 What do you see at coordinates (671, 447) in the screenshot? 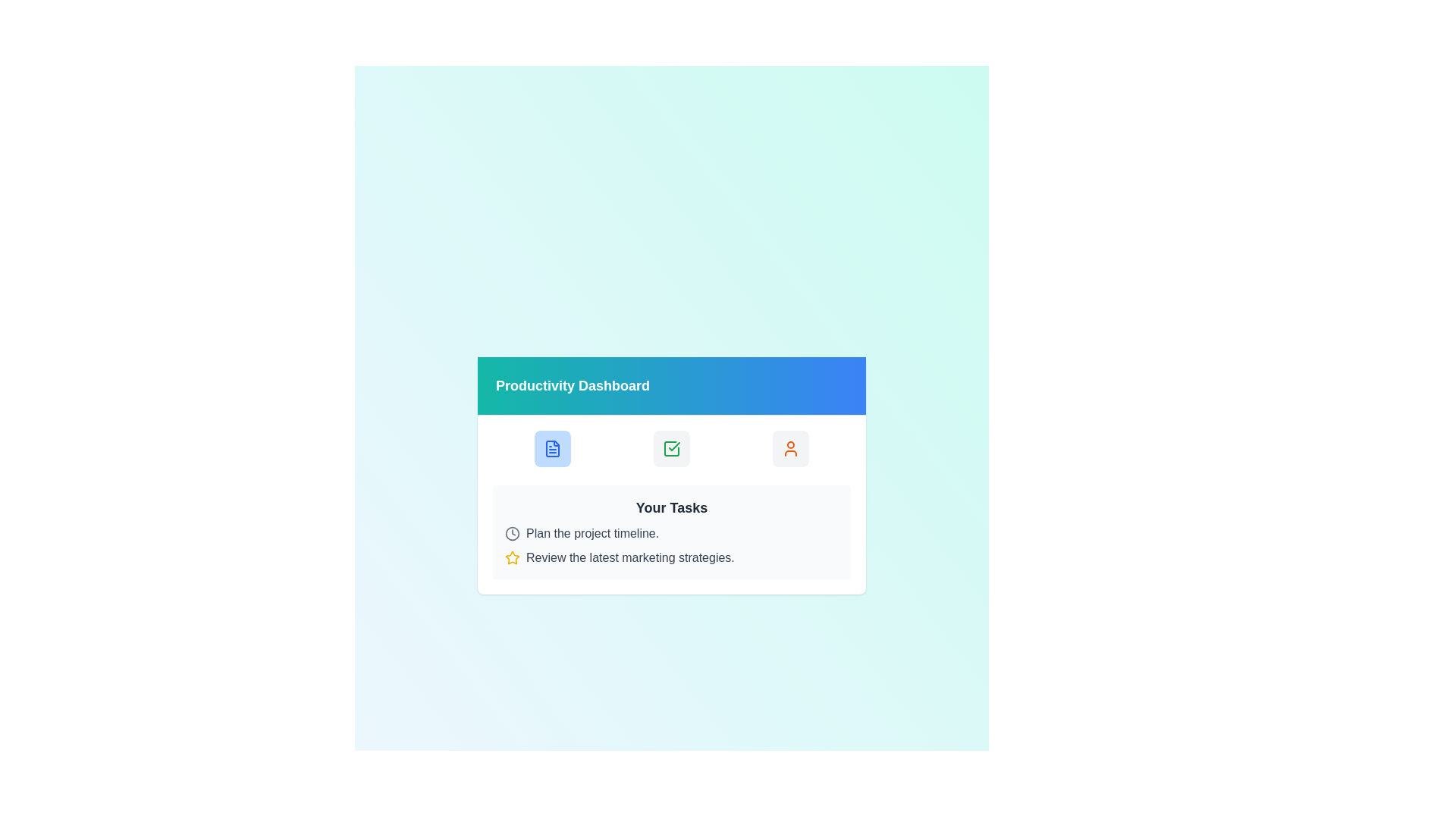
I see `the second button of the Menu Bar, which is positioned below the 'Productivity Dashboard' header and above the 'Your Tasks' section` at bounding box center [671, 447].